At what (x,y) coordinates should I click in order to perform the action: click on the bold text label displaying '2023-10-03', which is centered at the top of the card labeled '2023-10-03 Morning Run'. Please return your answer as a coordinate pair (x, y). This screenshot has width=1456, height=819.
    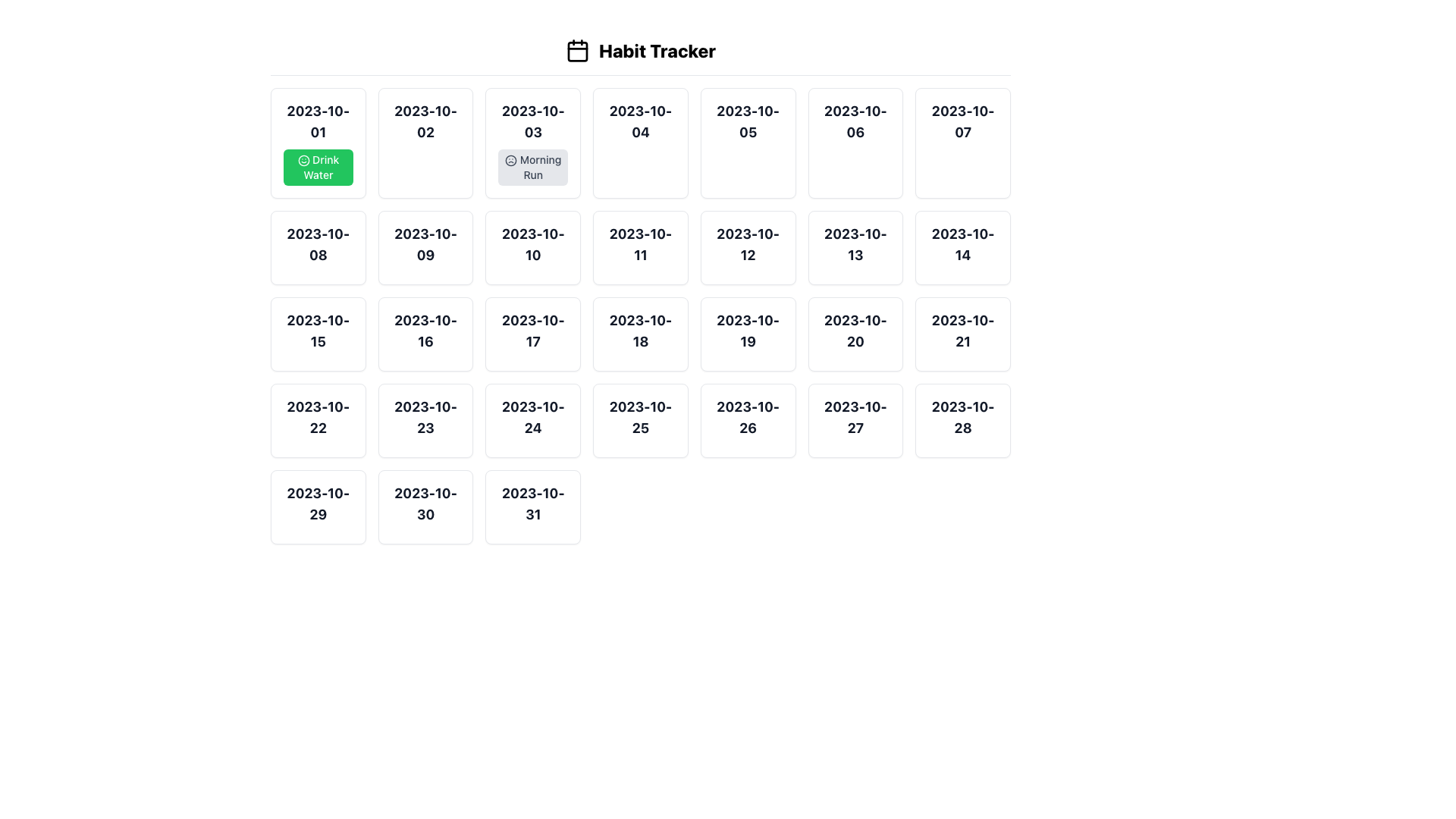
    Looking at the image, I should click on (533, 121).